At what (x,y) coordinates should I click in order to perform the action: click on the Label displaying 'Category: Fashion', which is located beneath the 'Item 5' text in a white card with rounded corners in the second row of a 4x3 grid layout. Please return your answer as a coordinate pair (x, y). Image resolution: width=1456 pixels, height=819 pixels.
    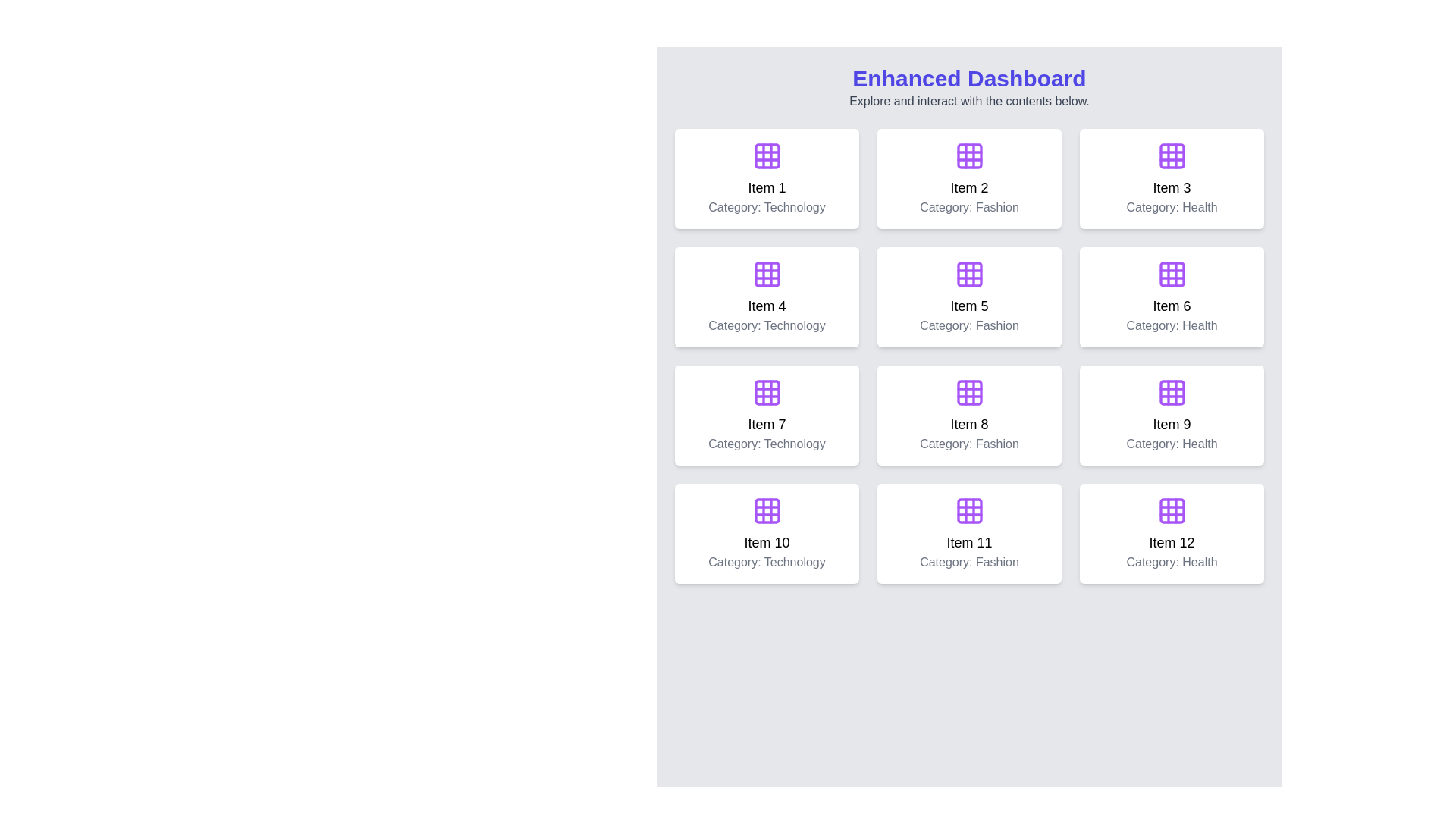
    Looking at the image, I should click on (968, 325).